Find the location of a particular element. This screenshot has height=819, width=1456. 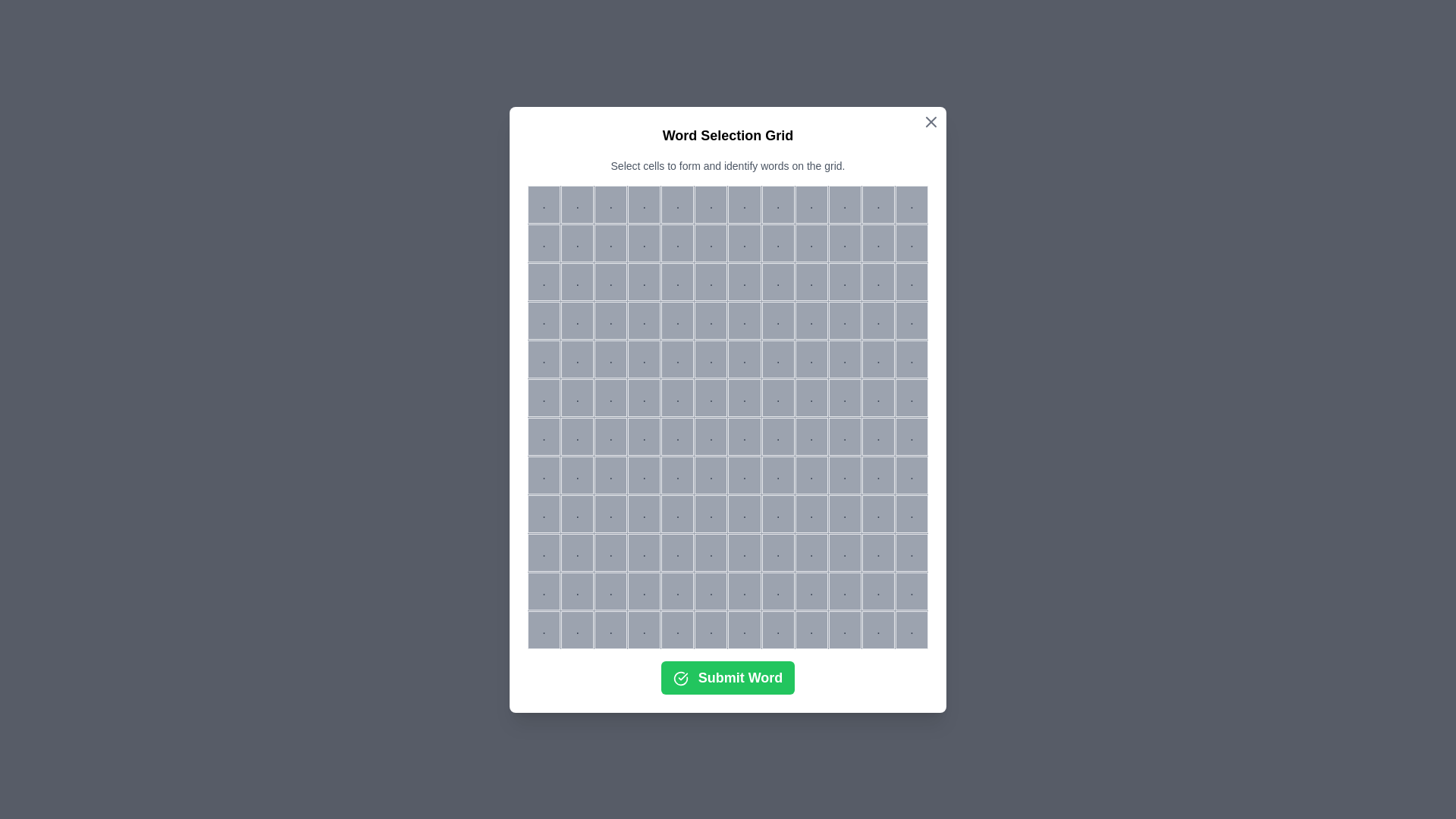

the close button located at the top-right corner of the dialog is located at coordinates (930, 121).